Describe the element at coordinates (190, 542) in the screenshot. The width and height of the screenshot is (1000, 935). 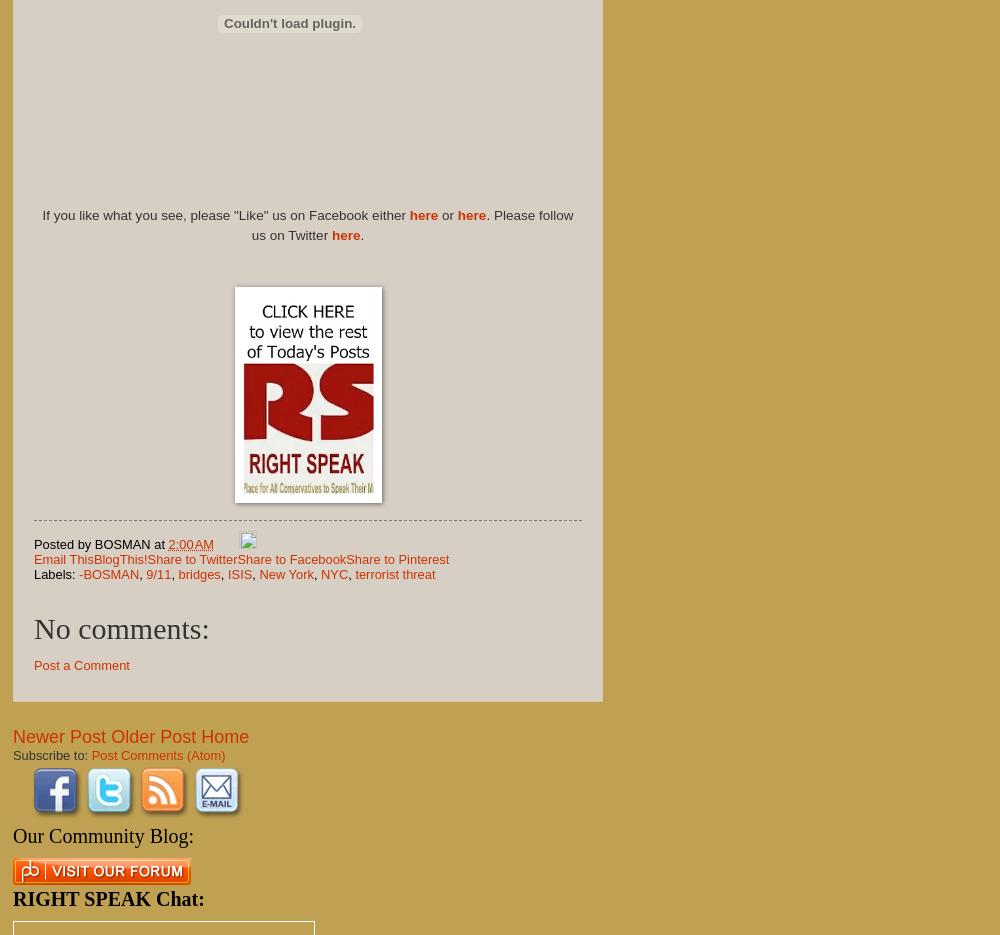
I see `'2:00 AM'` at that location.